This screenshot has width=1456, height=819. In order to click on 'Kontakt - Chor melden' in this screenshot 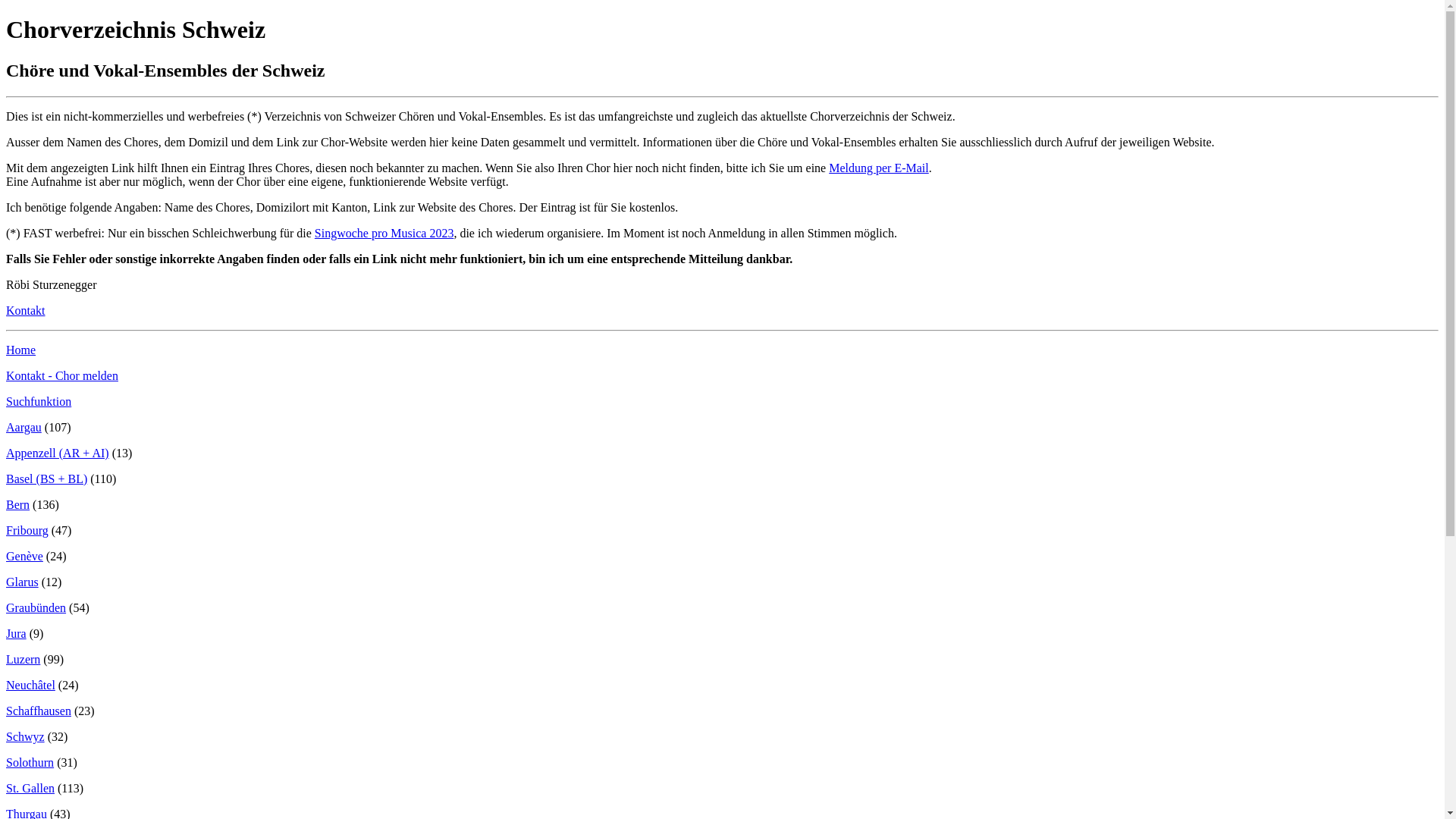, I will do `click(61, 375)`.